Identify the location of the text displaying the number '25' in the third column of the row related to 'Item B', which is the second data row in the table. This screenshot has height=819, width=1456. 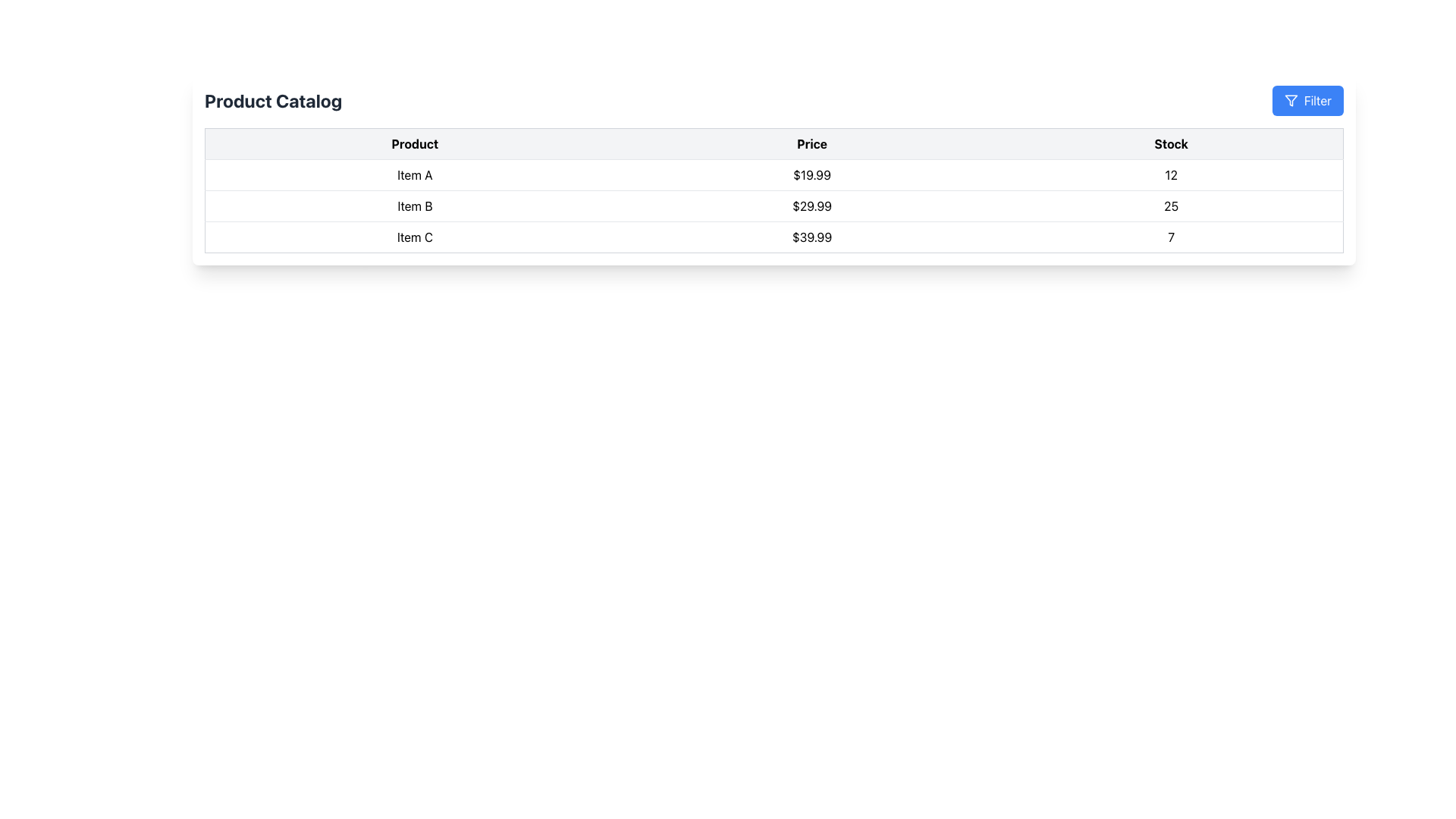
(1171, 206).